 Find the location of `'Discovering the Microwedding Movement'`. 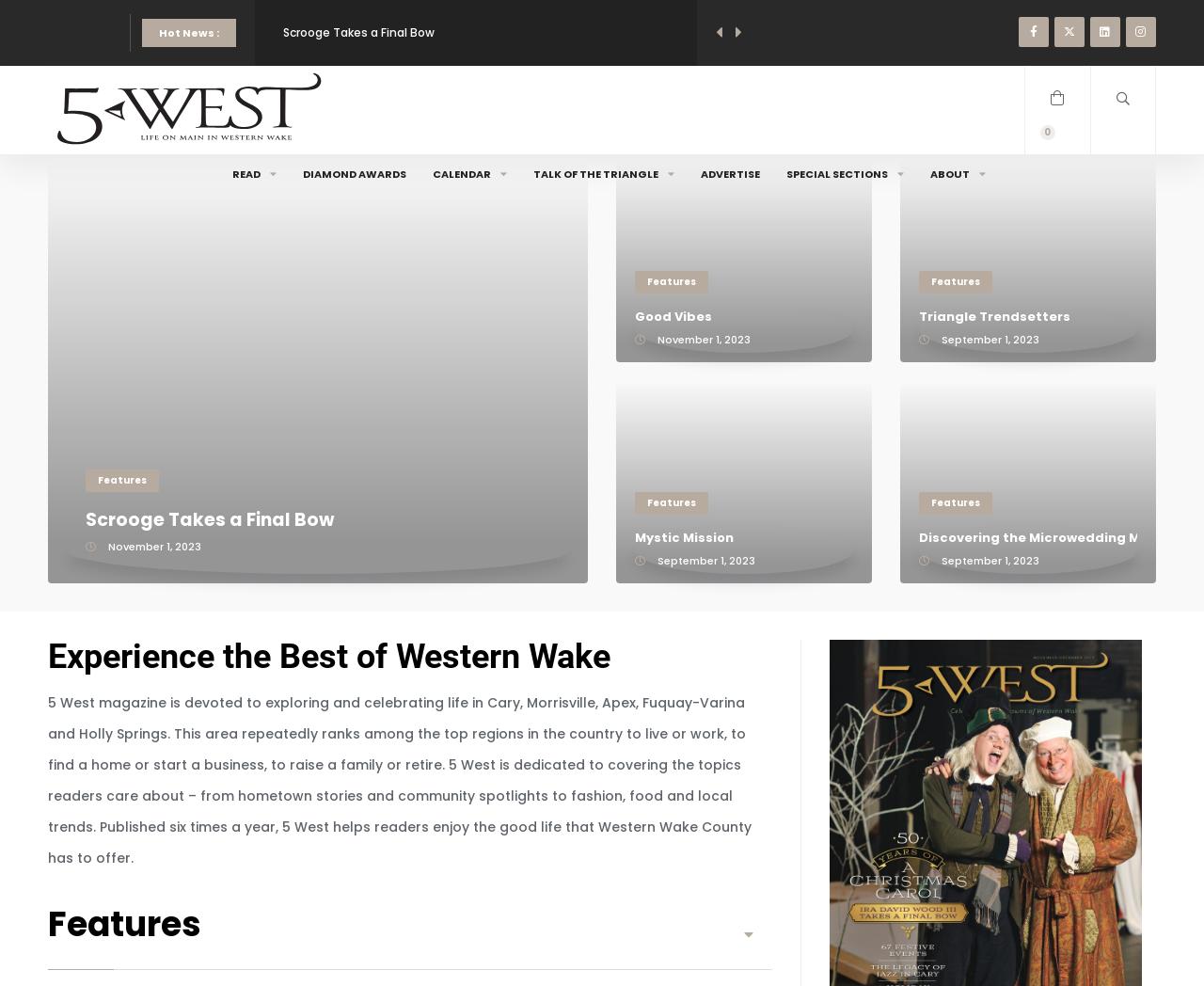

'Discovering the Microwedding Movement' is located at coordinates (918, 537).